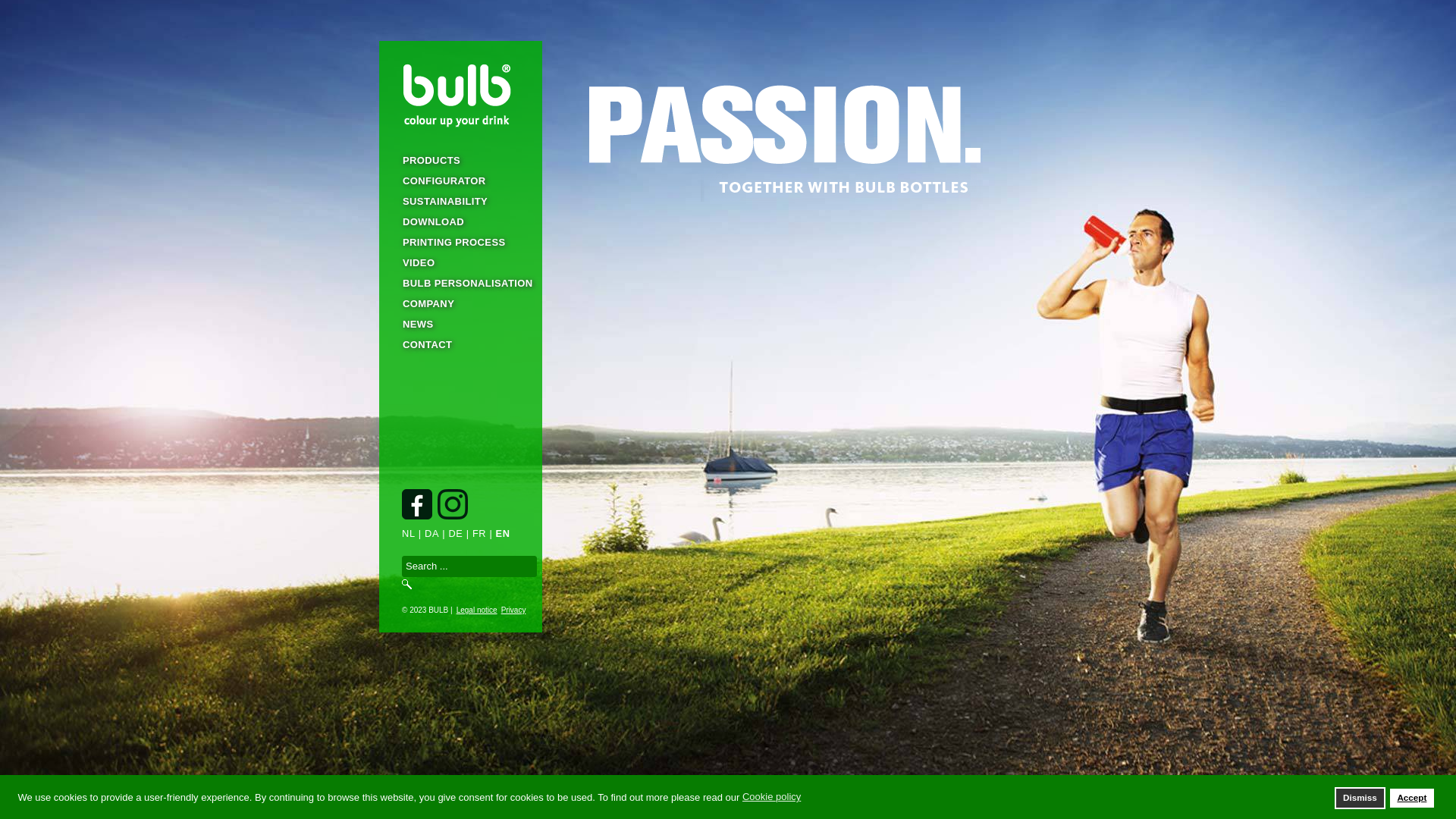 The height and width of the screenshot is (819, 1456). What do you see at coordinates (495, 532) in the screenshot?
I see `'EN'` at bounding box center [495, 532].